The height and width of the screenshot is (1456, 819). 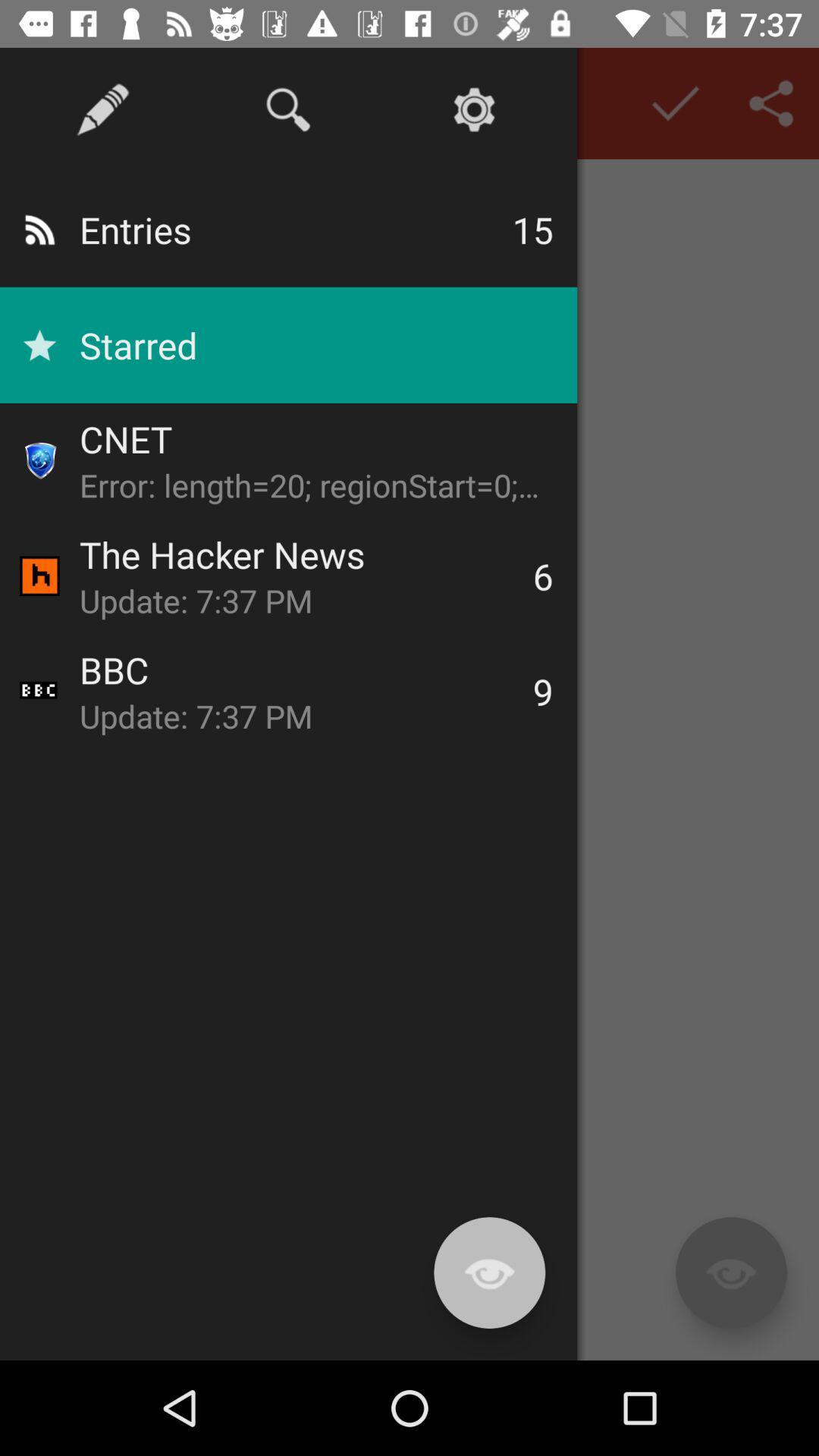 What do you see at coordinates (730, 1272) in the screenshot?
I see `the visibility icon` at bounding box center [730, 1272].